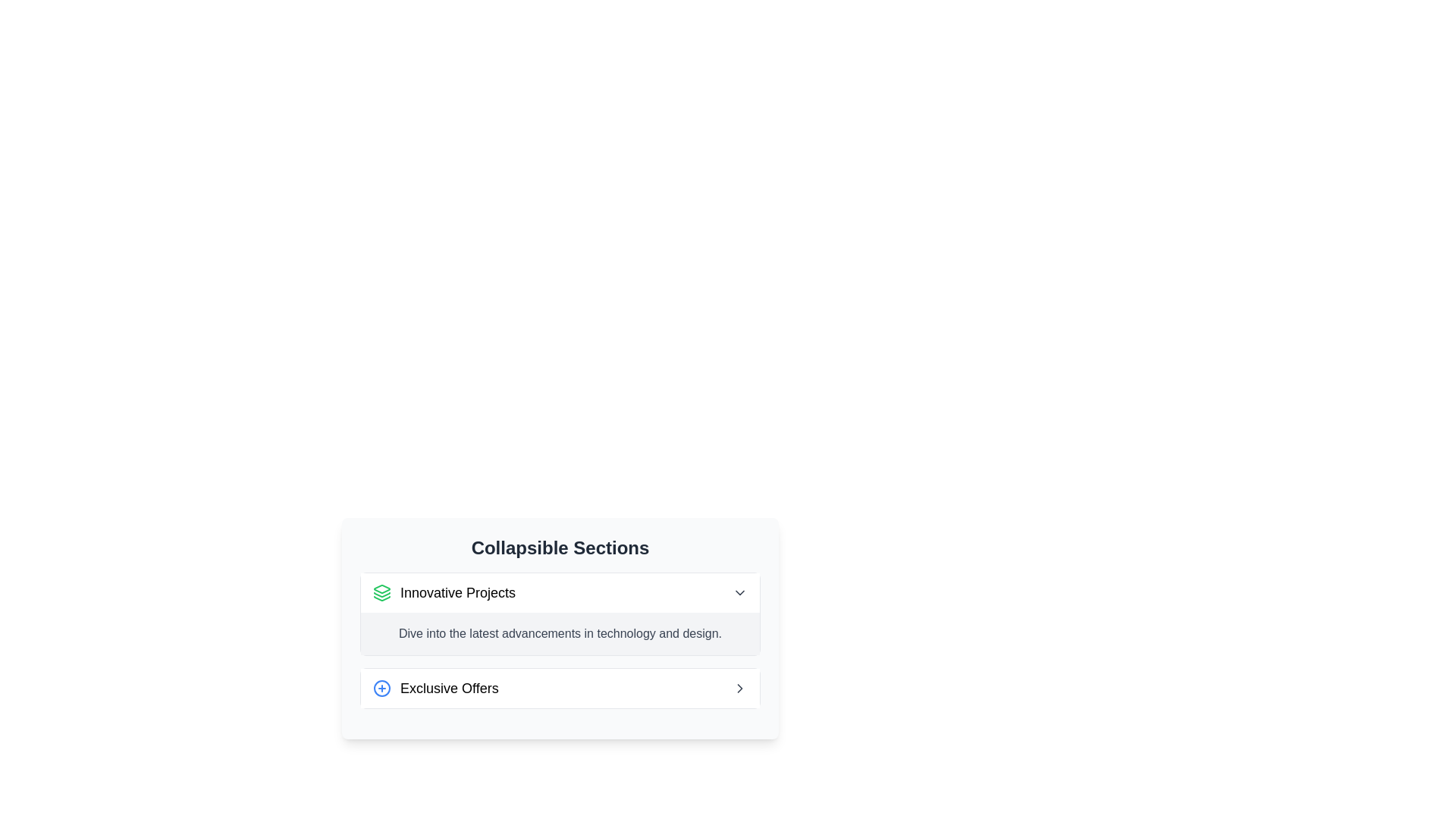  What do you see at coordinates (739, 688) in the screenshot?
I see `the right-pointing chevron icon next to the 'Exclusive Offers' text` at bounding box center [739, 688].